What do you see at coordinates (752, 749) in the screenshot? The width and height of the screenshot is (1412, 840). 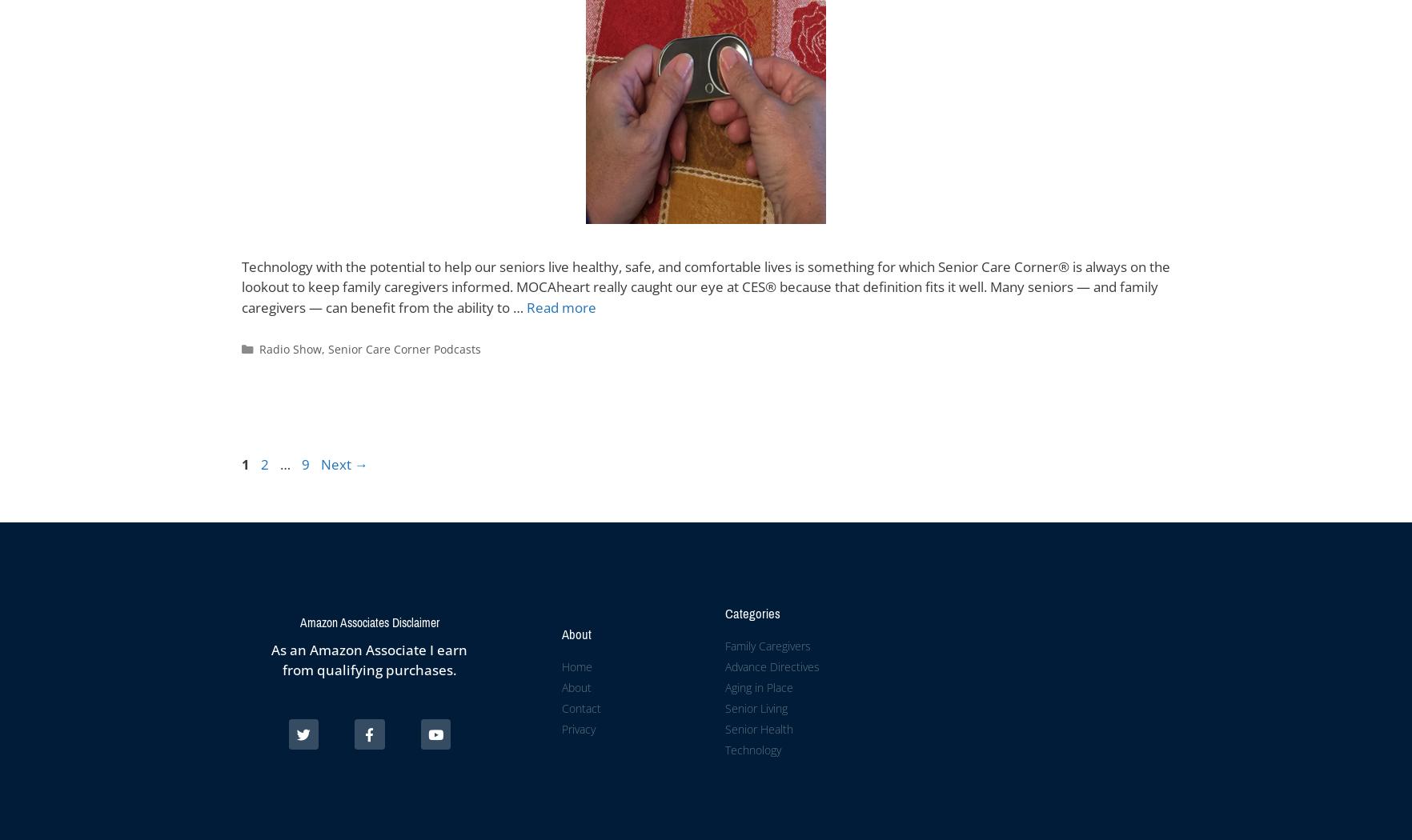 I see `'Technology'` at bounding box center [752, 749].